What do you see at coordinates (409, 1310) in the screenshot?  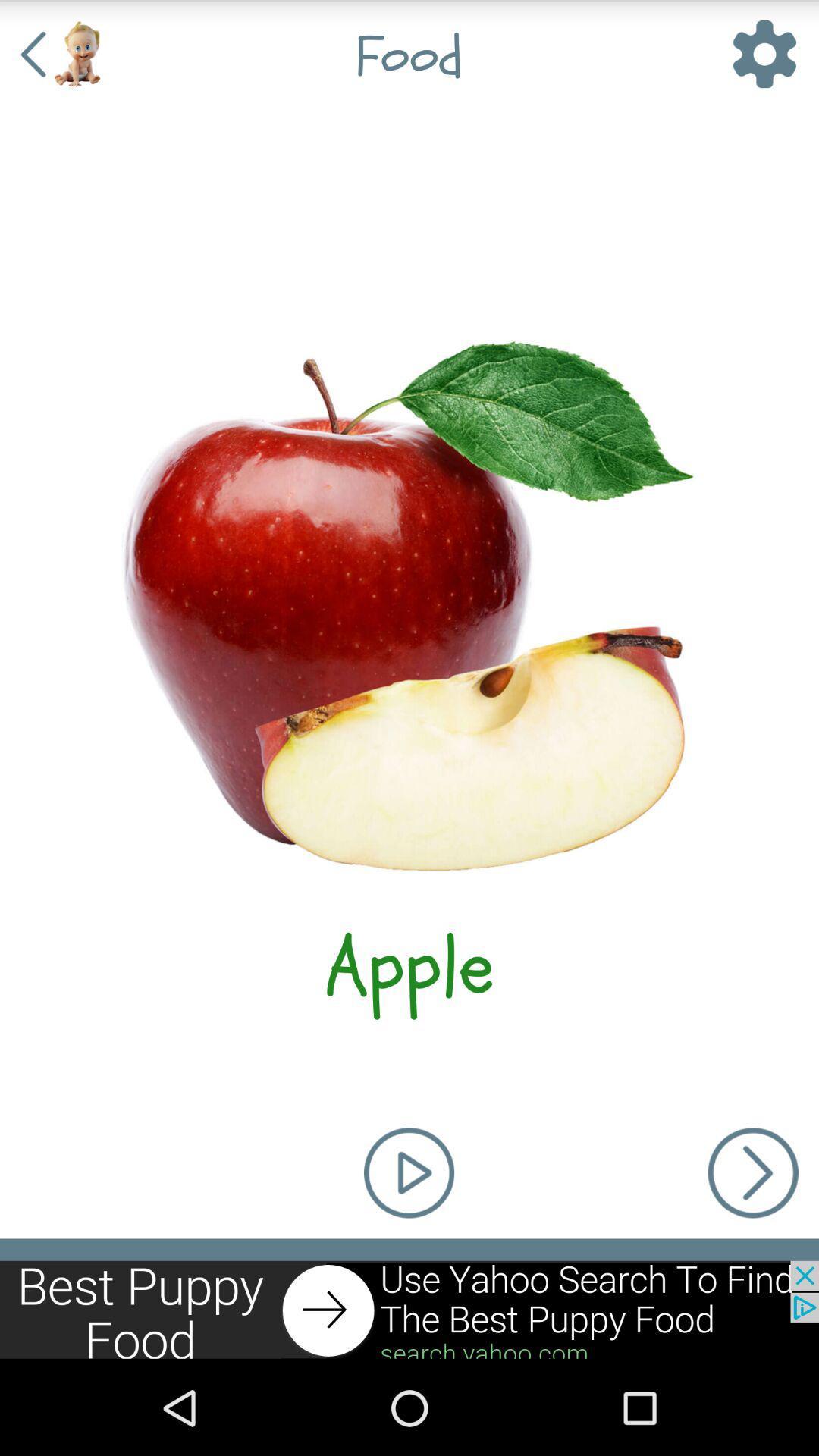 I see `next` at bounding box center [409, 1310].